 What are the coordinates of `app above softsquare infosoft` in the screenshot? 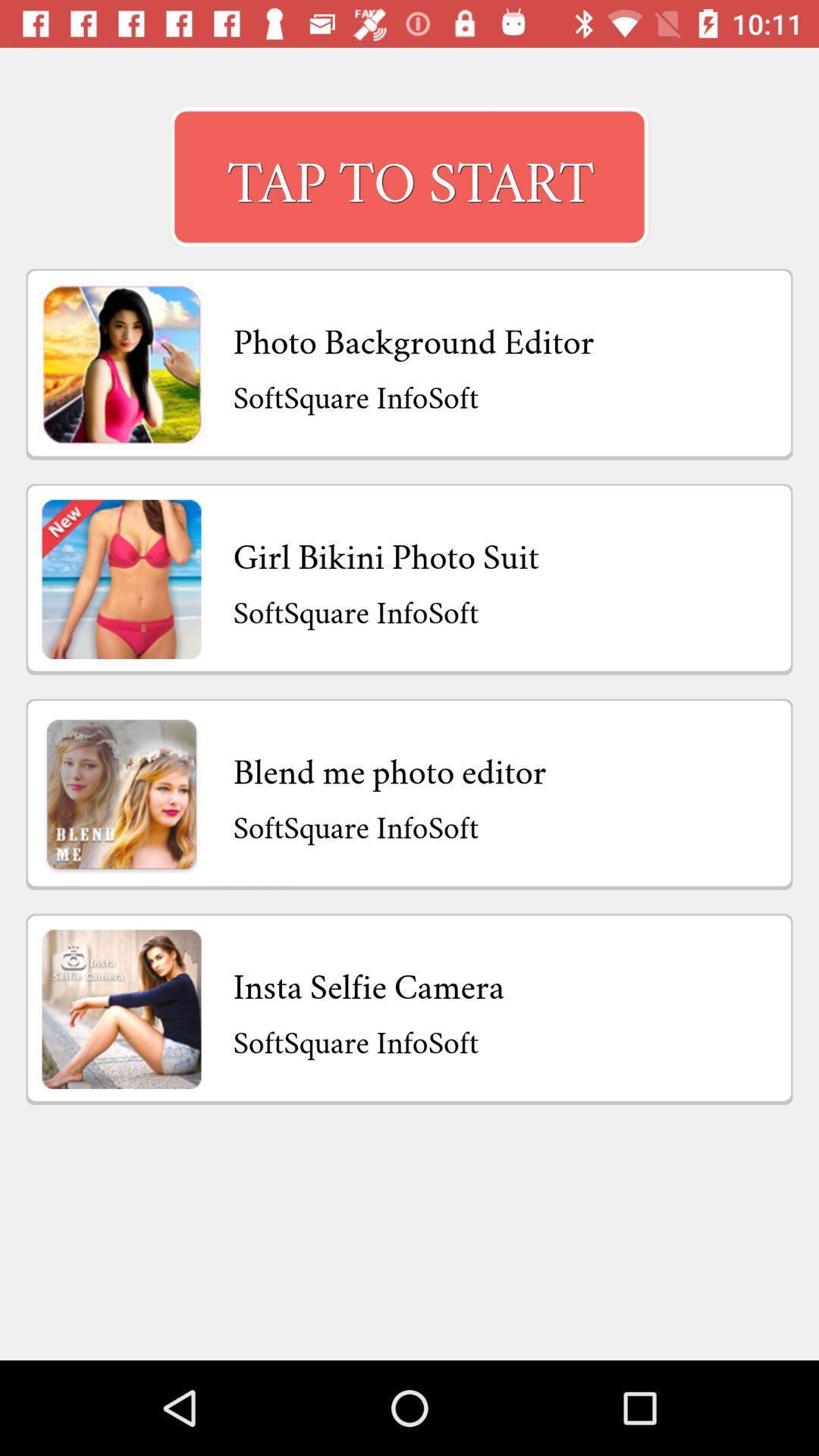 It's located at (389, 767).